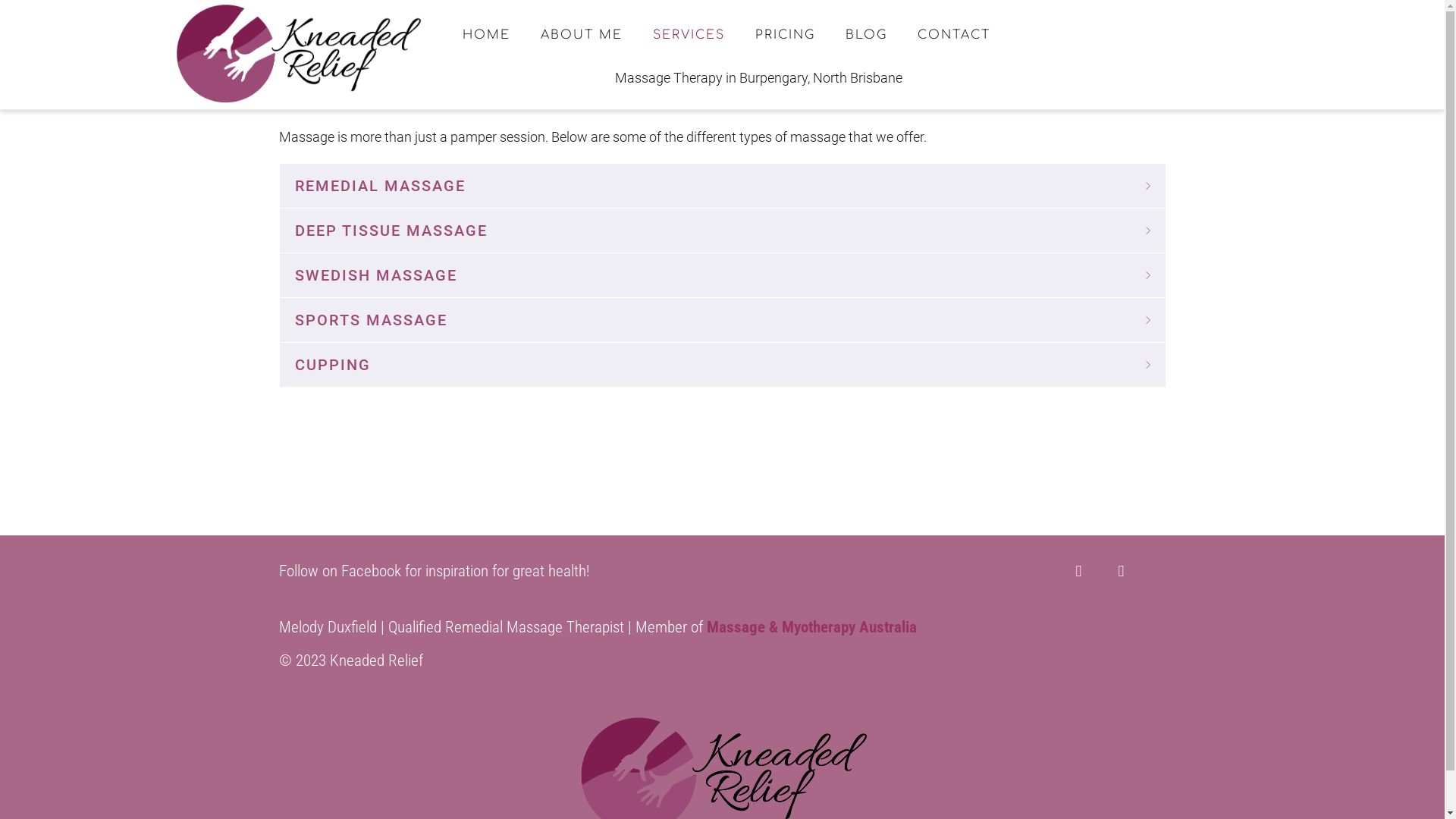 The image size is (1456, 819). Describe the element at coordinates (486, 34) in the screenshot. I see `'HOME'` at that location.